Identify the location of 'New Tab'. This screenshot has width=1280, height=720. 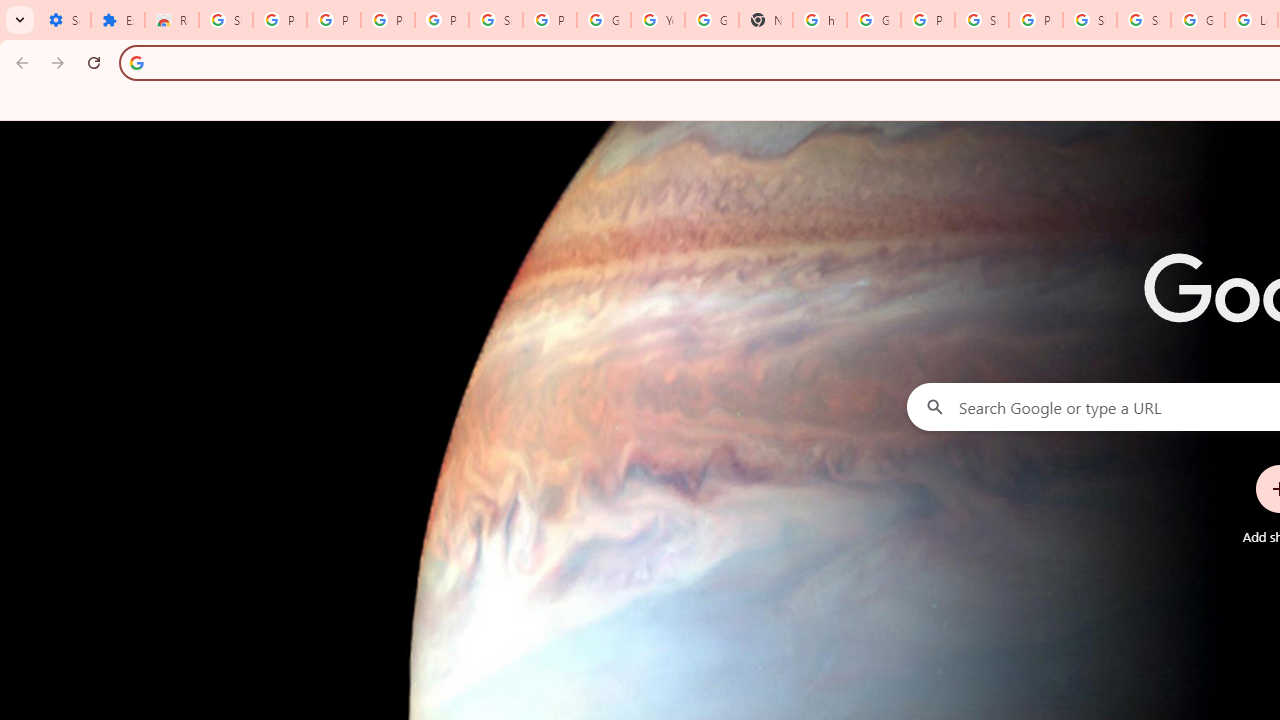
(765, 20).